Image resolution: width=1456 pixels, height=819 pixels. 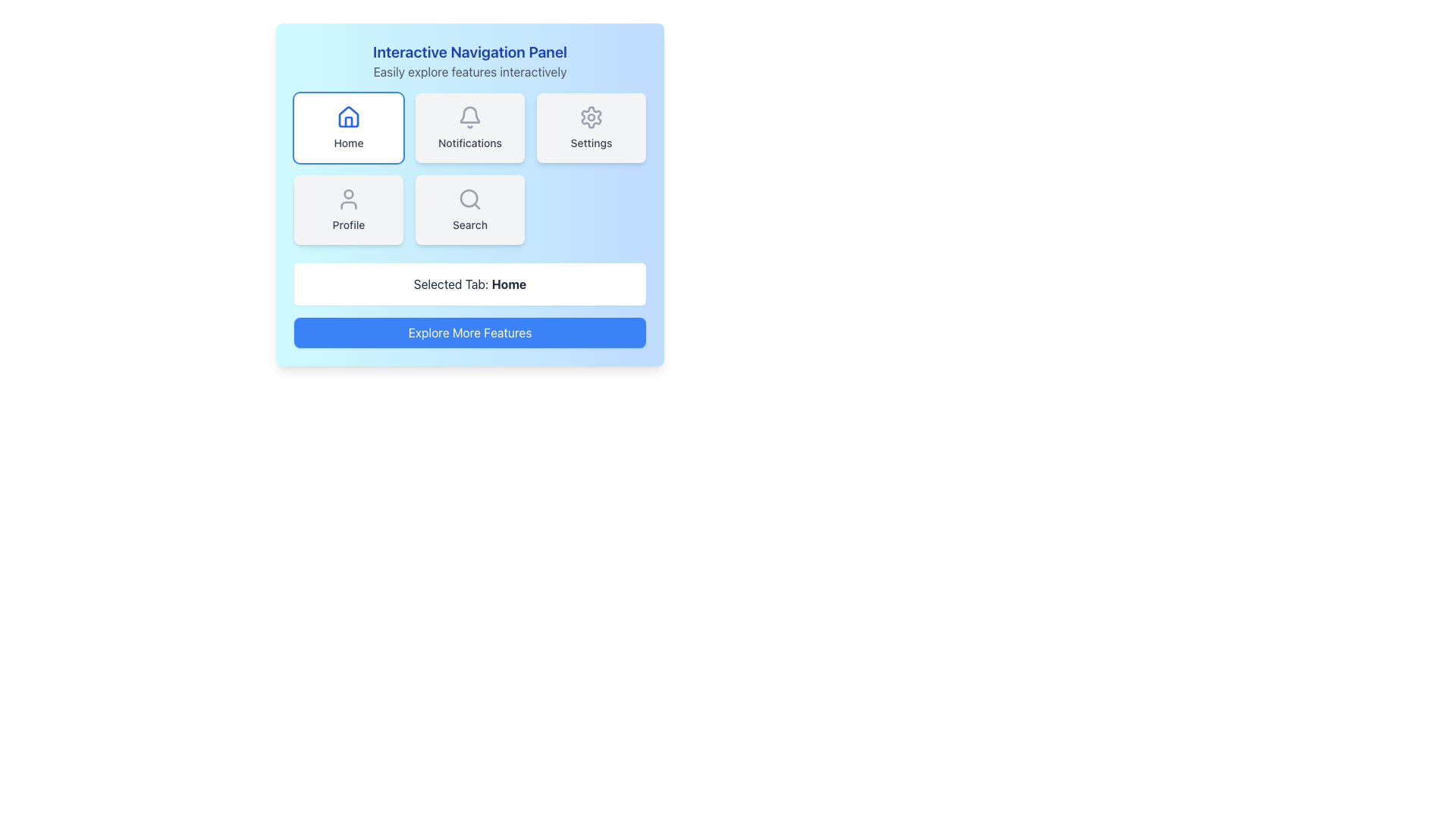 I want to click on the text label that indicates the settings section of the application, located in the top-right section of the layout, below the gear-shaped icon, so click(x=590, y=143).